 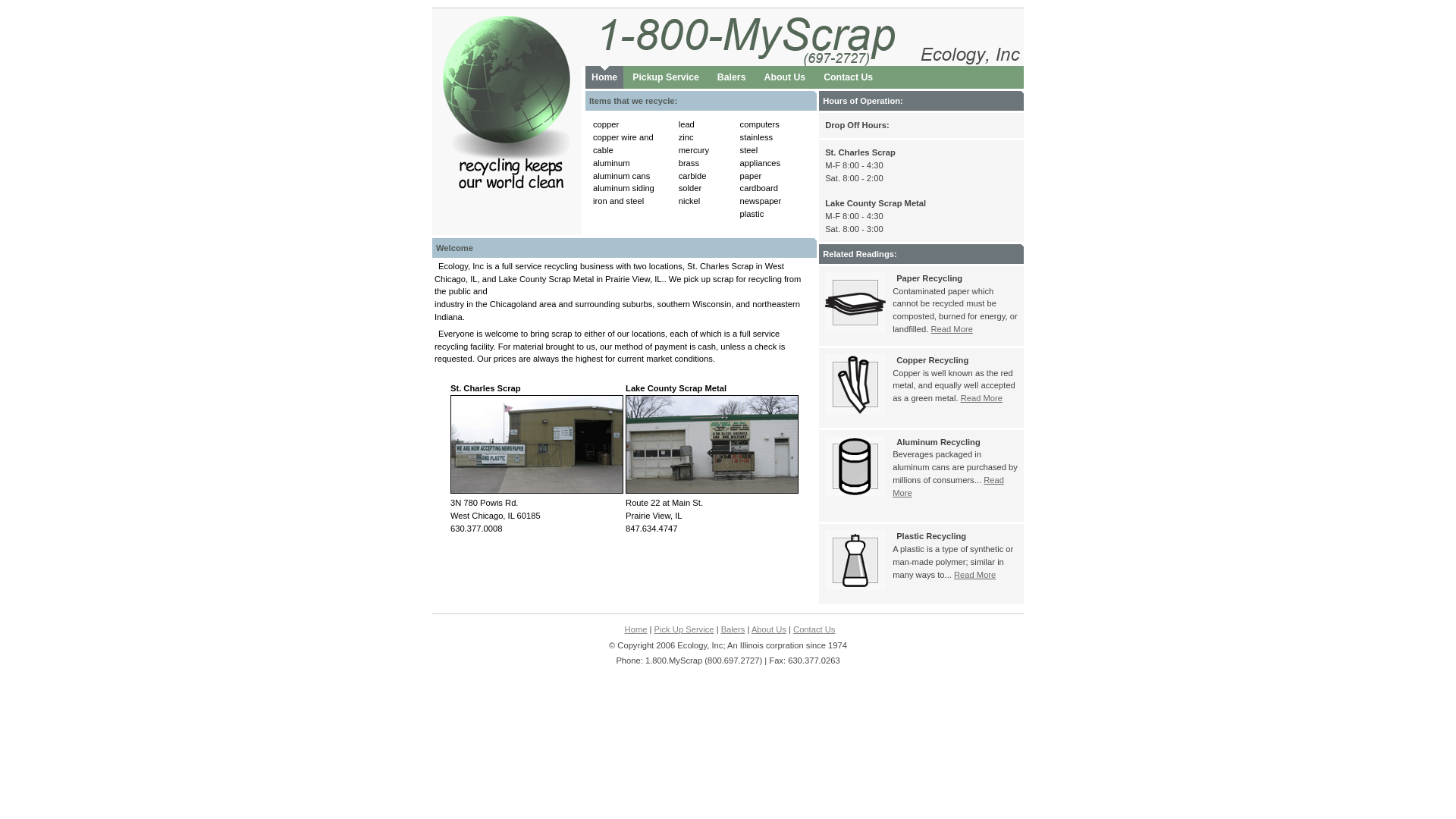 I want to click on 'About Us', so click(x=784, y=77).